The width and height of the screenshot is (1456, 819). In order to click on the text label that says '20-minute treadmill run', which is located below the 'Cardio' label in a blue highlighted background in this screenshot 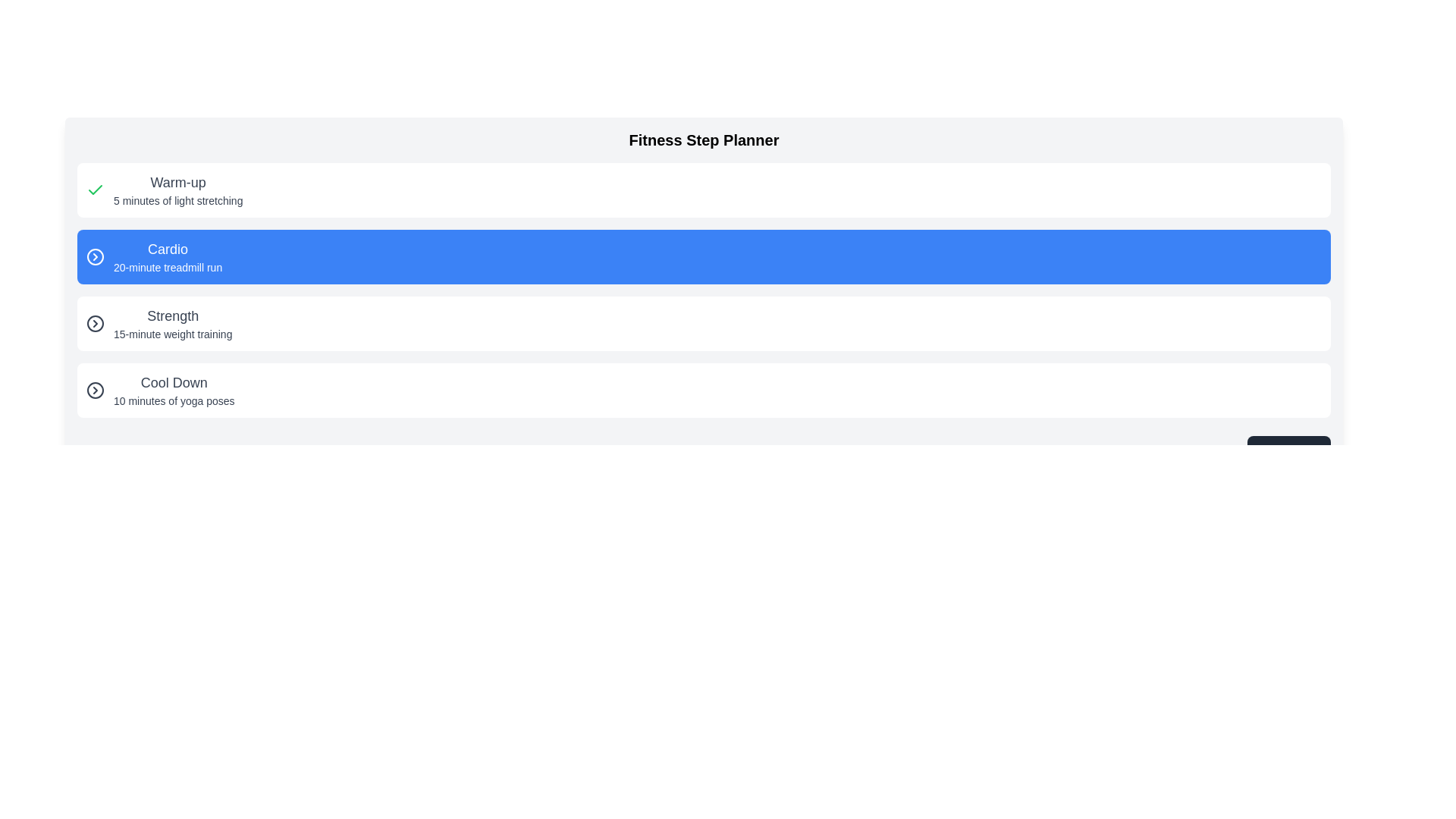, I will do `click(168, 267)`.